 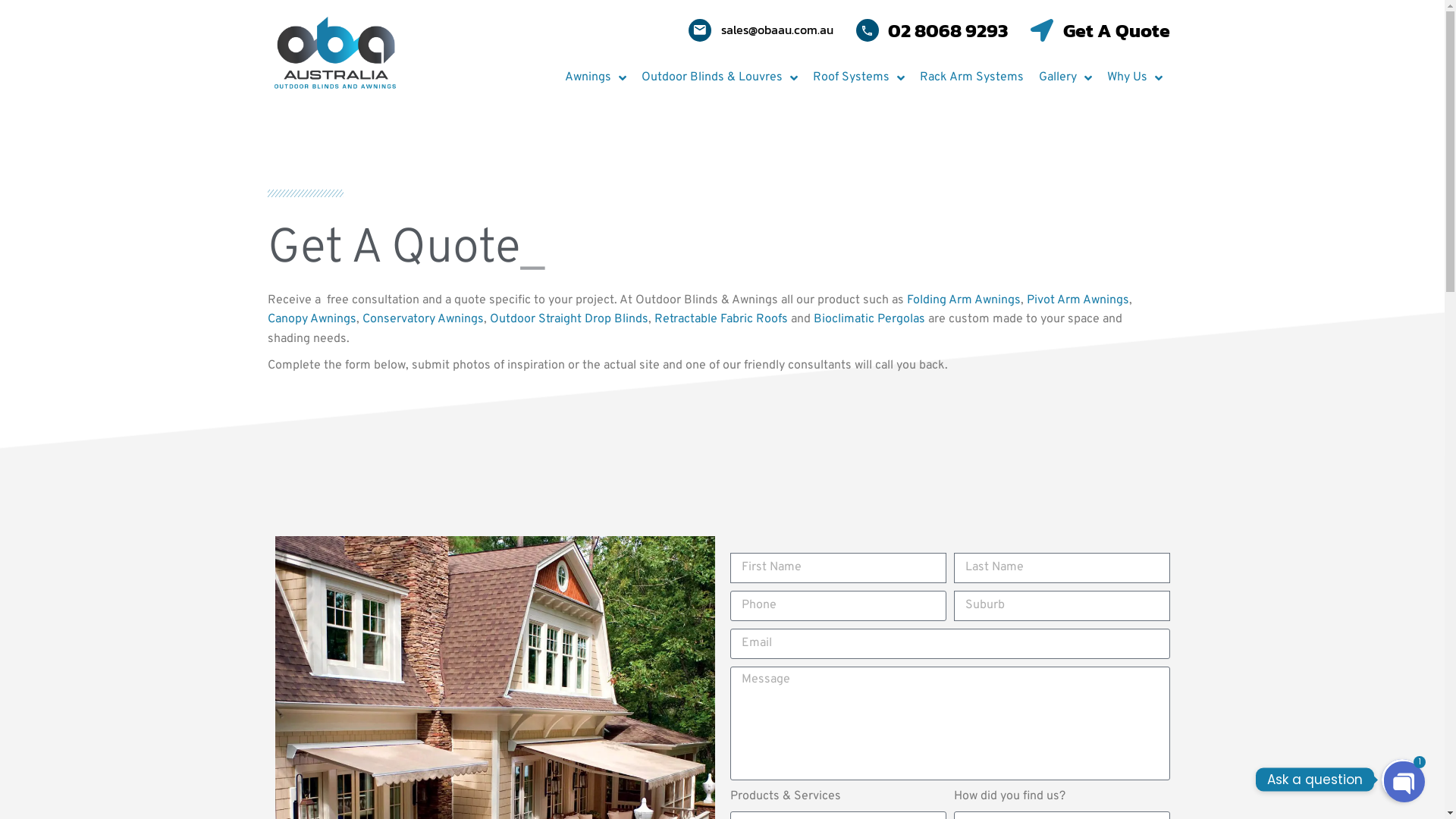 I want to click on 'Outdoor Blinds & Louvres', so click(x=633, y=78).